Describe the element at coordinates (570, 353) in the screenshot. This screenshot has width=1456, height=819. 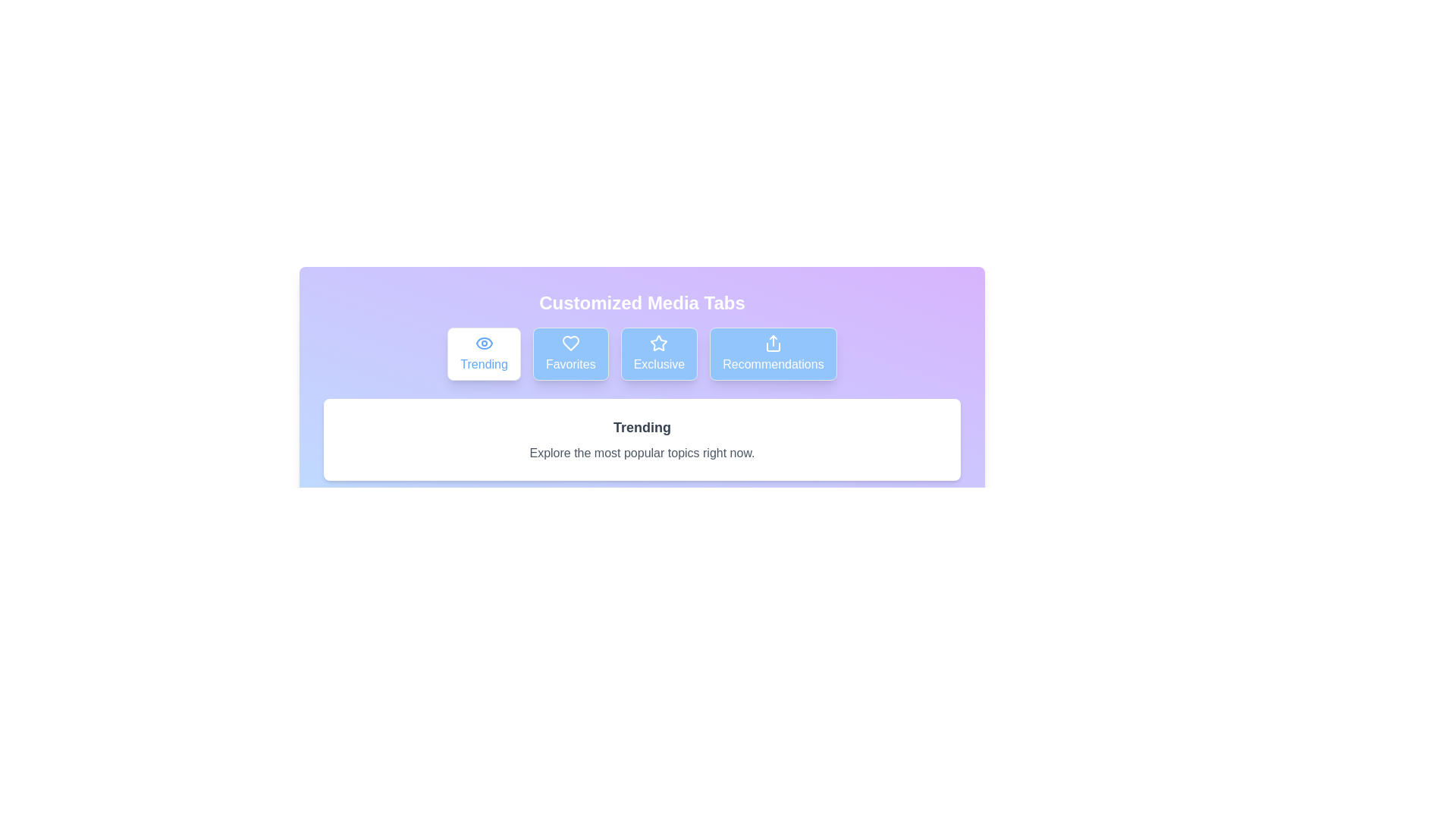
I see `the Favorites tab` at that location.